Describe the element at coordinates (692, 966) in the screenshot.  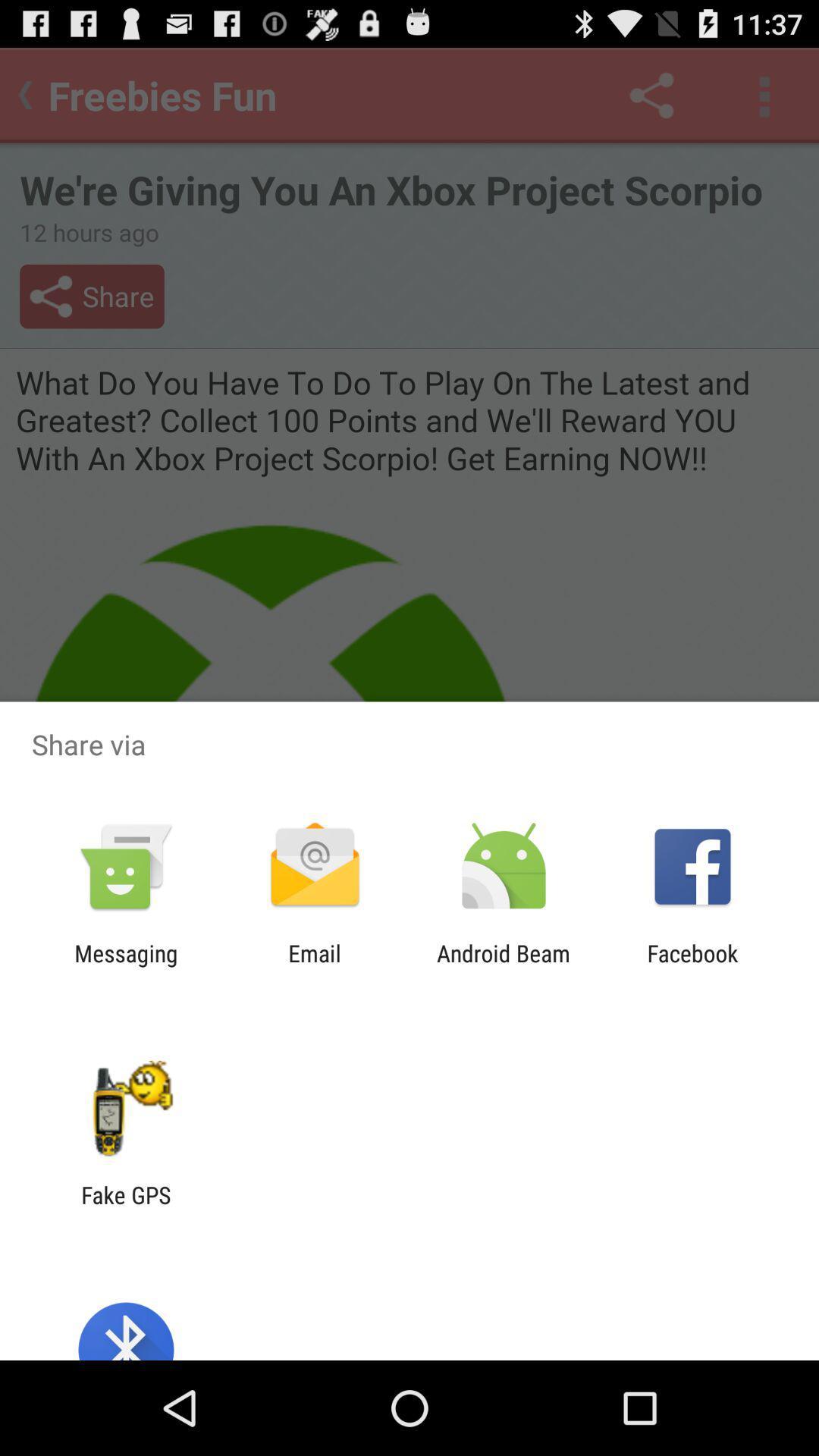
I see `the app next to android beam app` at that location.